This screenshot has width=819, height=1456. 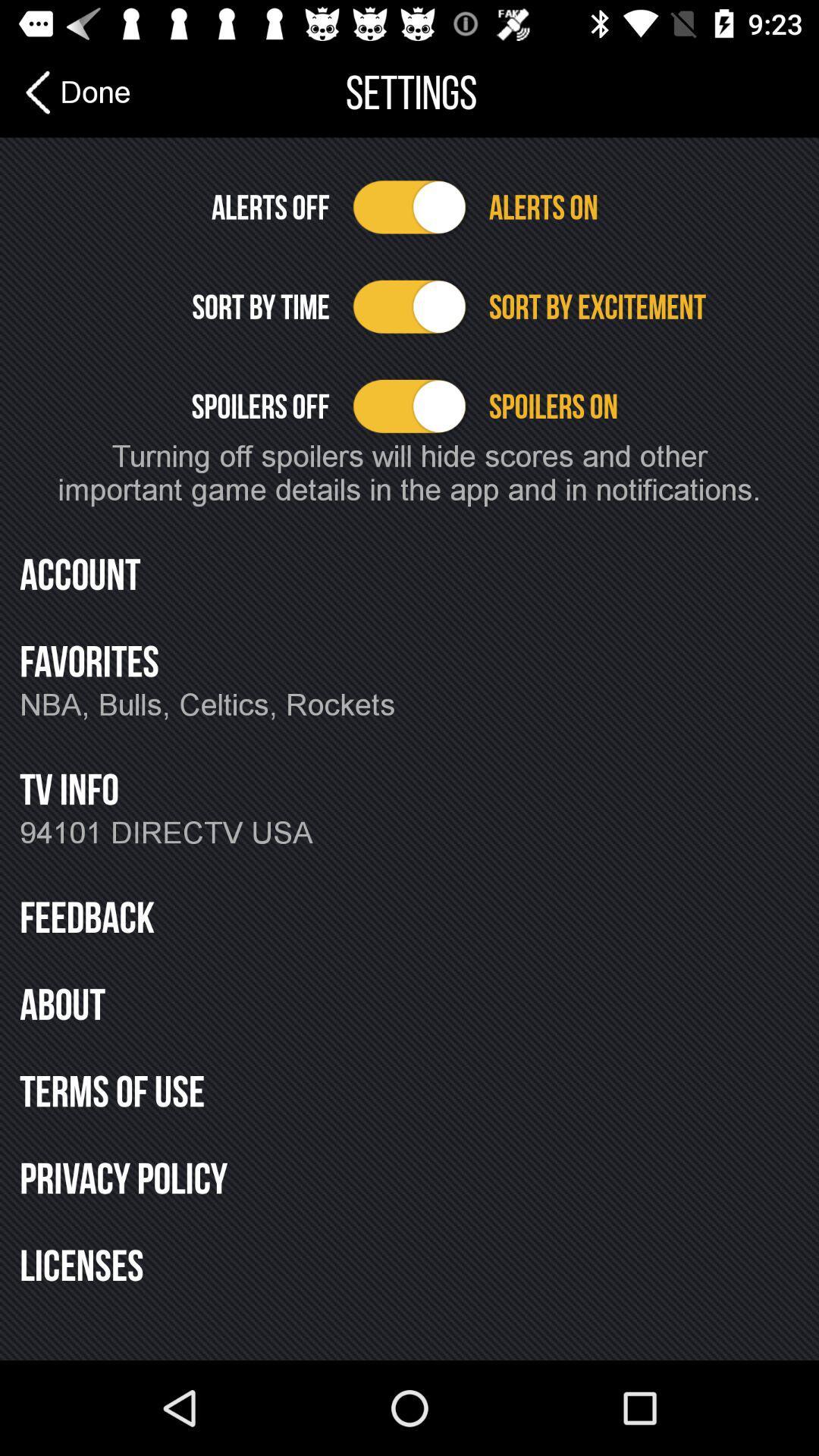 I want to click on sort by option, so click(x=409, y=306).